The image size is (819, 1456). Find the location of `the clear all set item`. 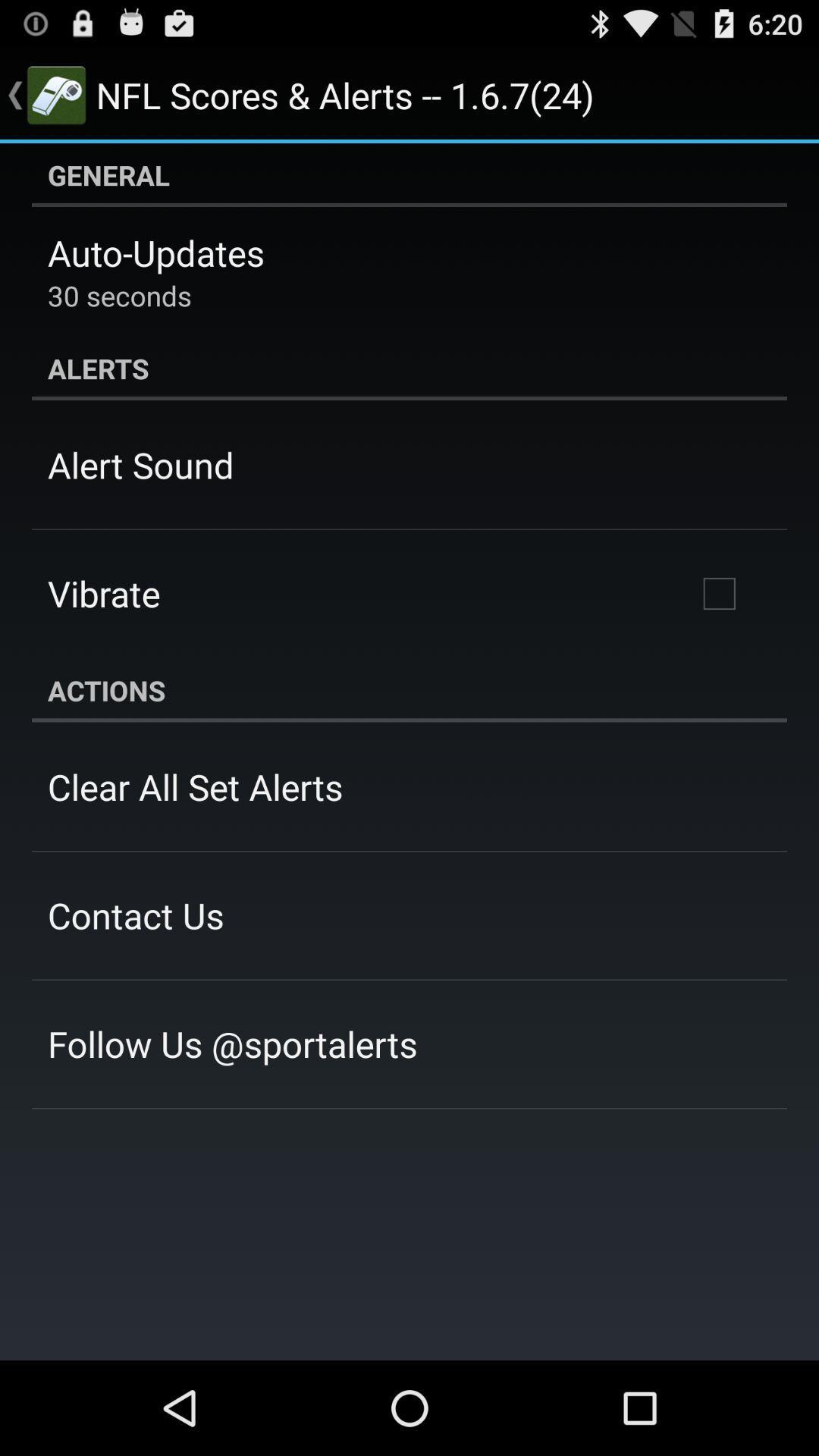

the clear all set item is located at coordinates (194, 786).